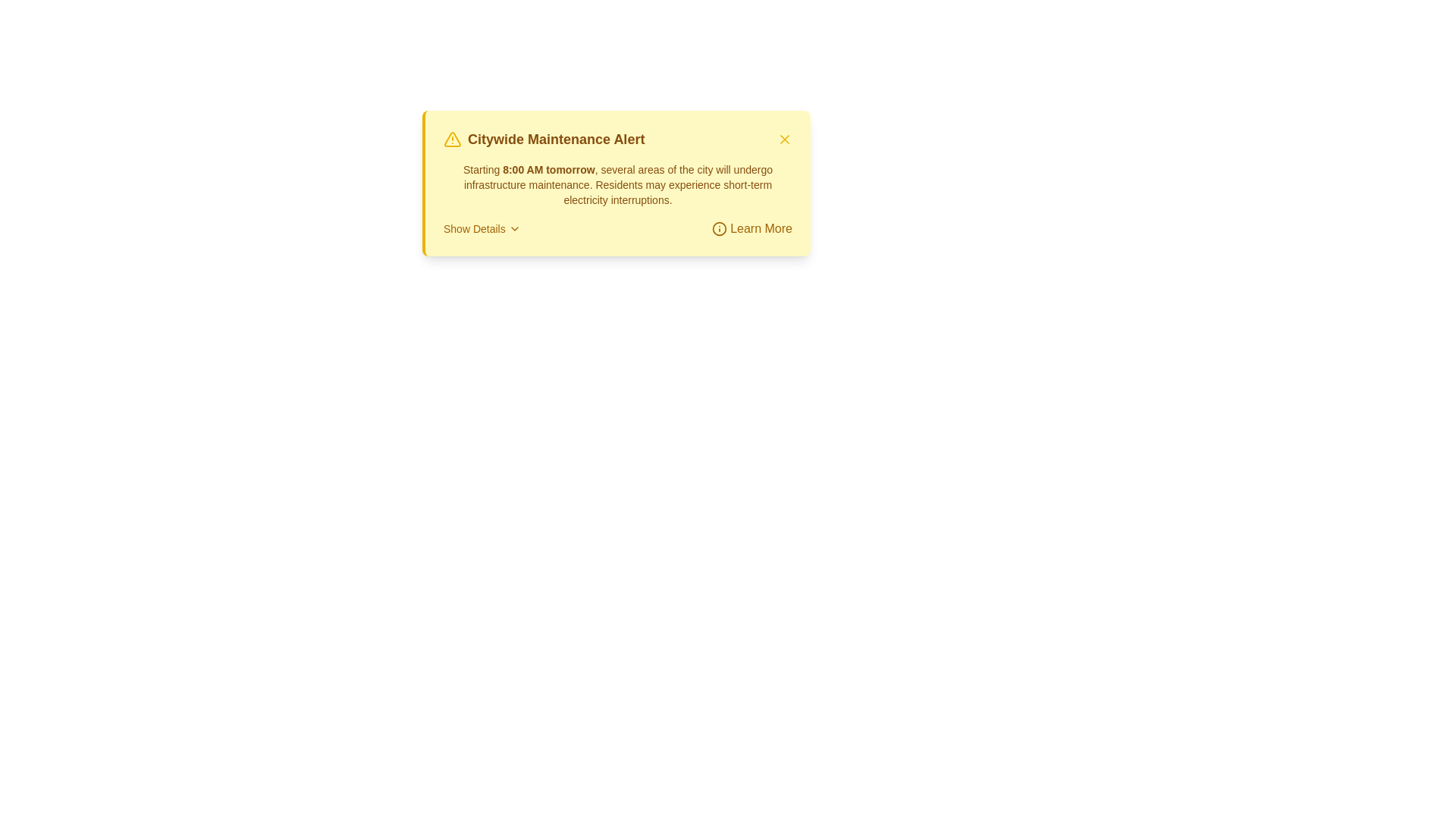  Describe the element at coordinates (785, 140) in the screenshot. I see `the small square button with a cross icon located at the top-right corner of the yellow notification card labeled 'Citywide Maintenance Alert' to observe its color change from yellow to red` at that location.